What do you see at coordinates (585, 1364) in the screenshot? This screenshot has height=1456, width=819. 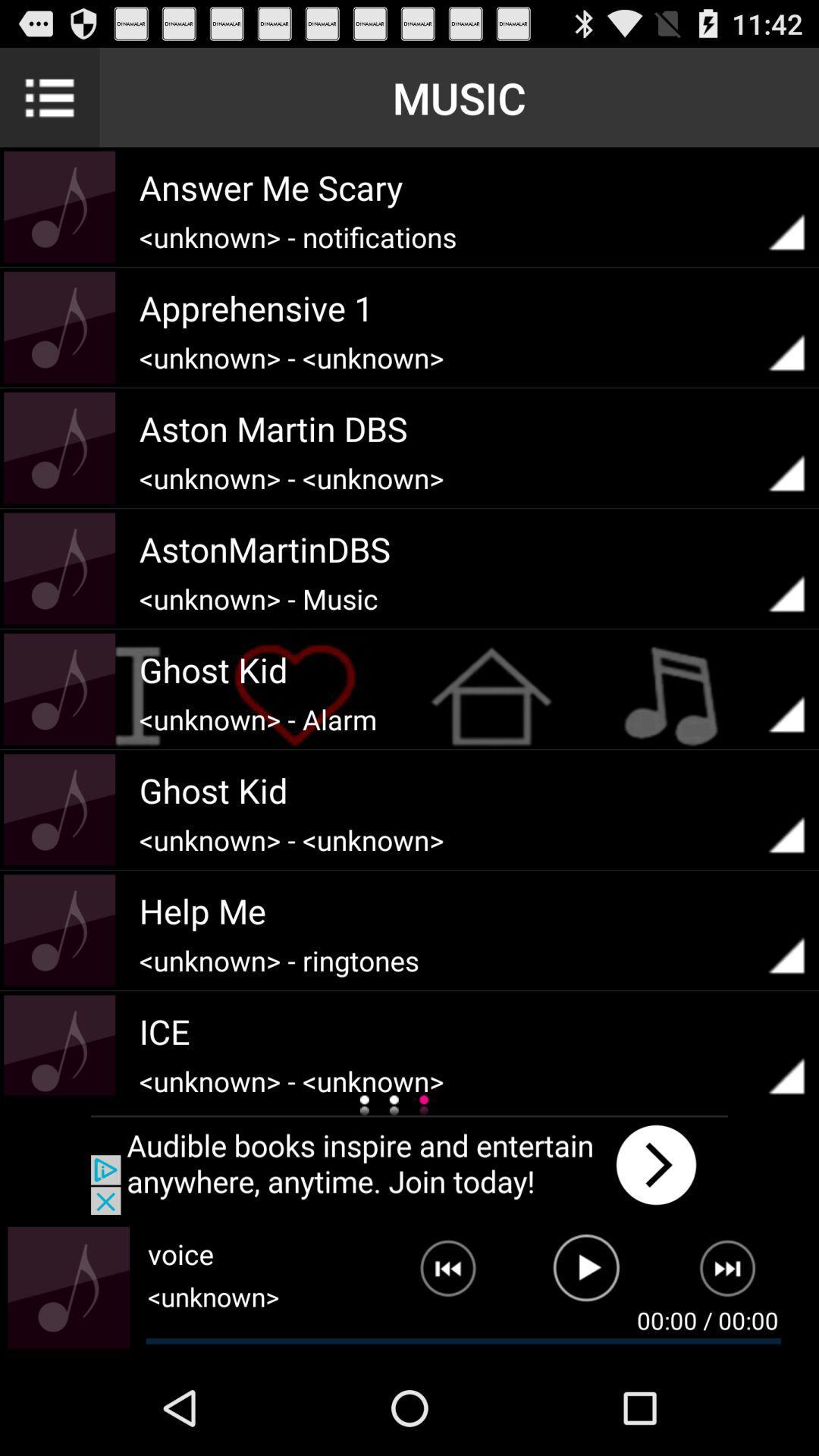 I see `the play icon` at bounding box center [585, 1364].